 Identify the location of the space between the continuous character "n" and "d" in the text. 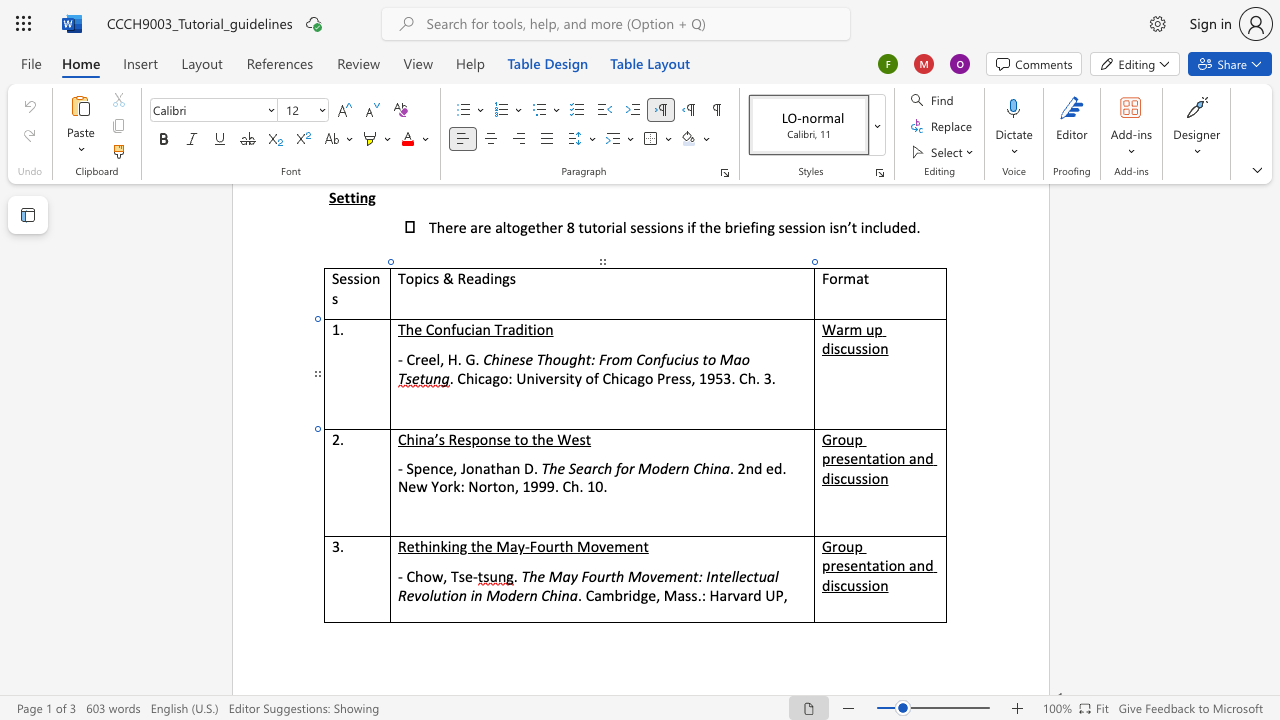
(753, 468).